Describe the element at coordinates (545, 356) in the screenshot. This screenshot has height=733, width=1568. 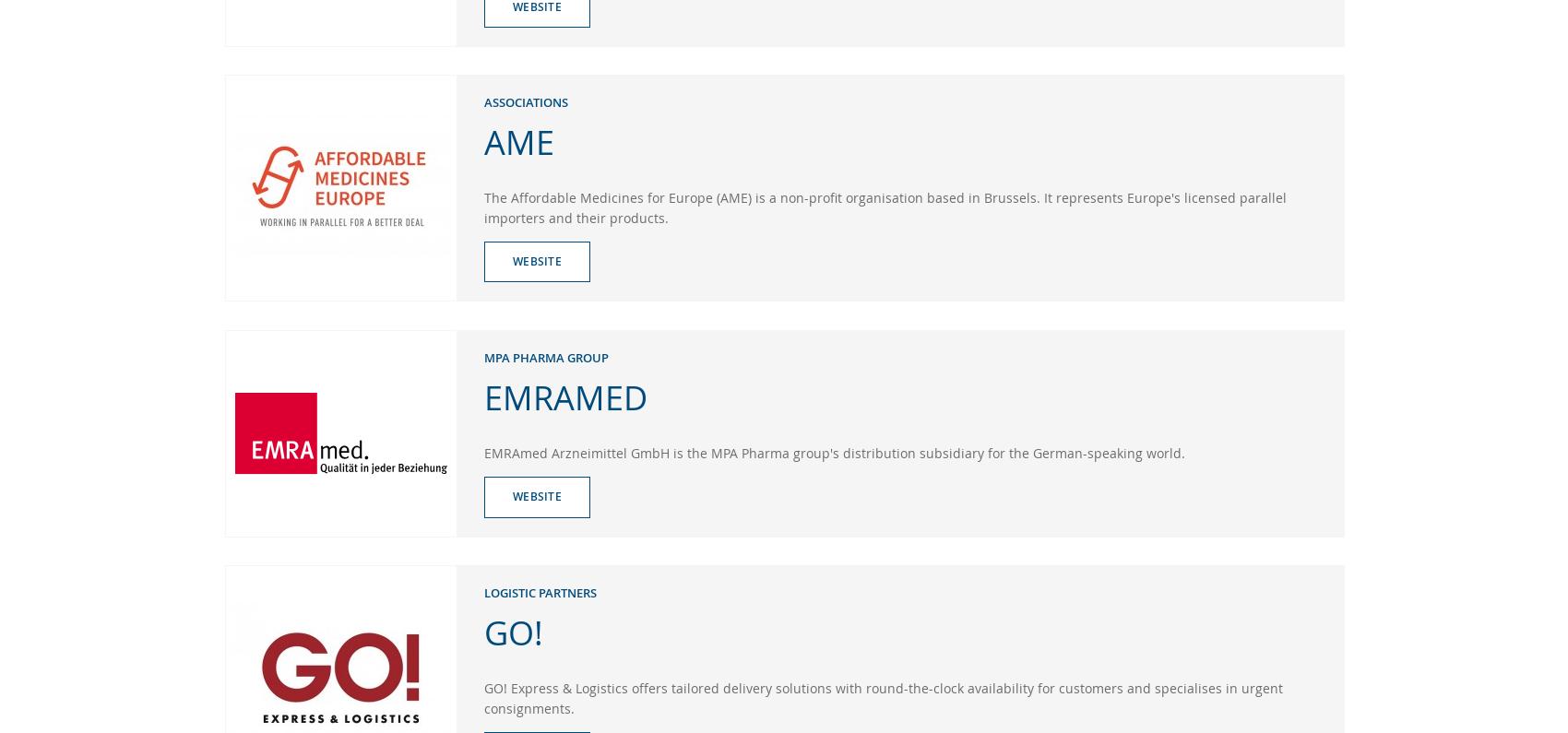
I see `'MPA Pharma Group'` at that location.